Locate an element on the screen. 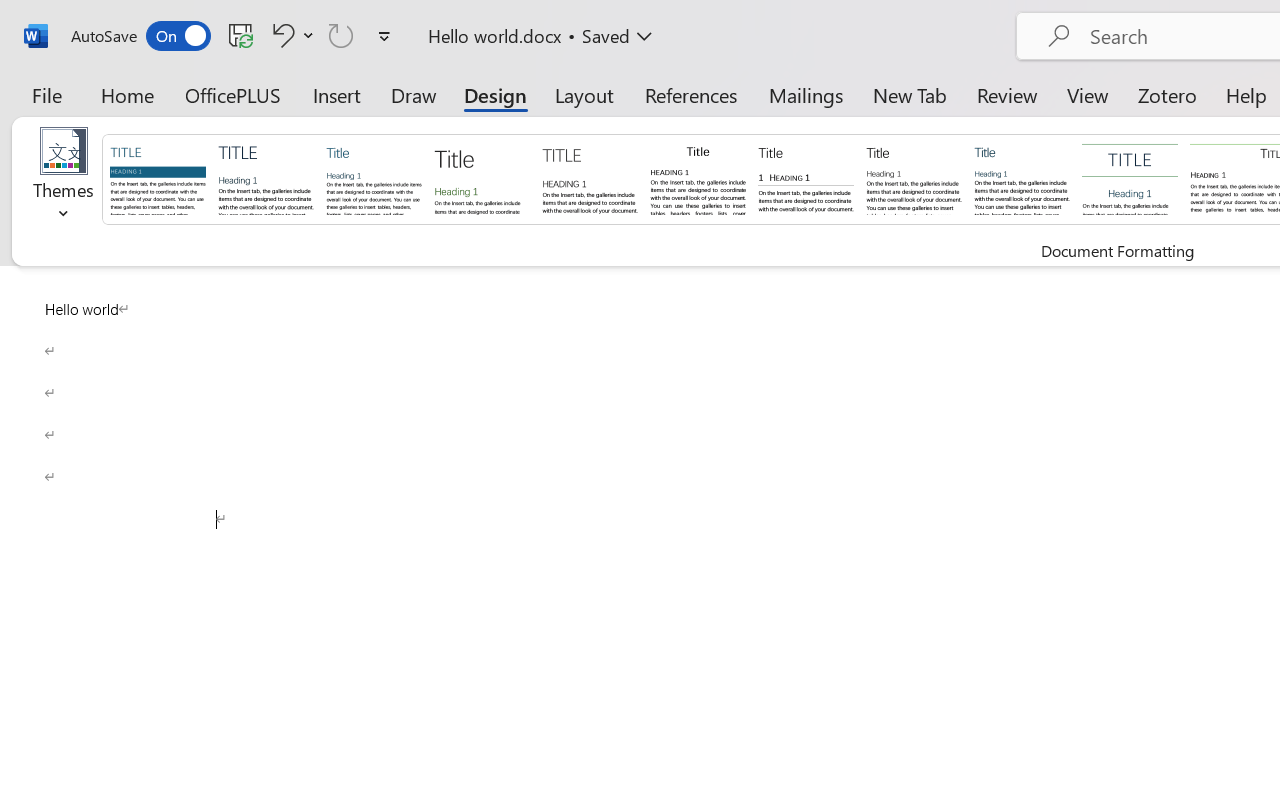 The image size is (1280, 800). 'Undo Apply Quick Style Set' is located at coordinates (289, 34).